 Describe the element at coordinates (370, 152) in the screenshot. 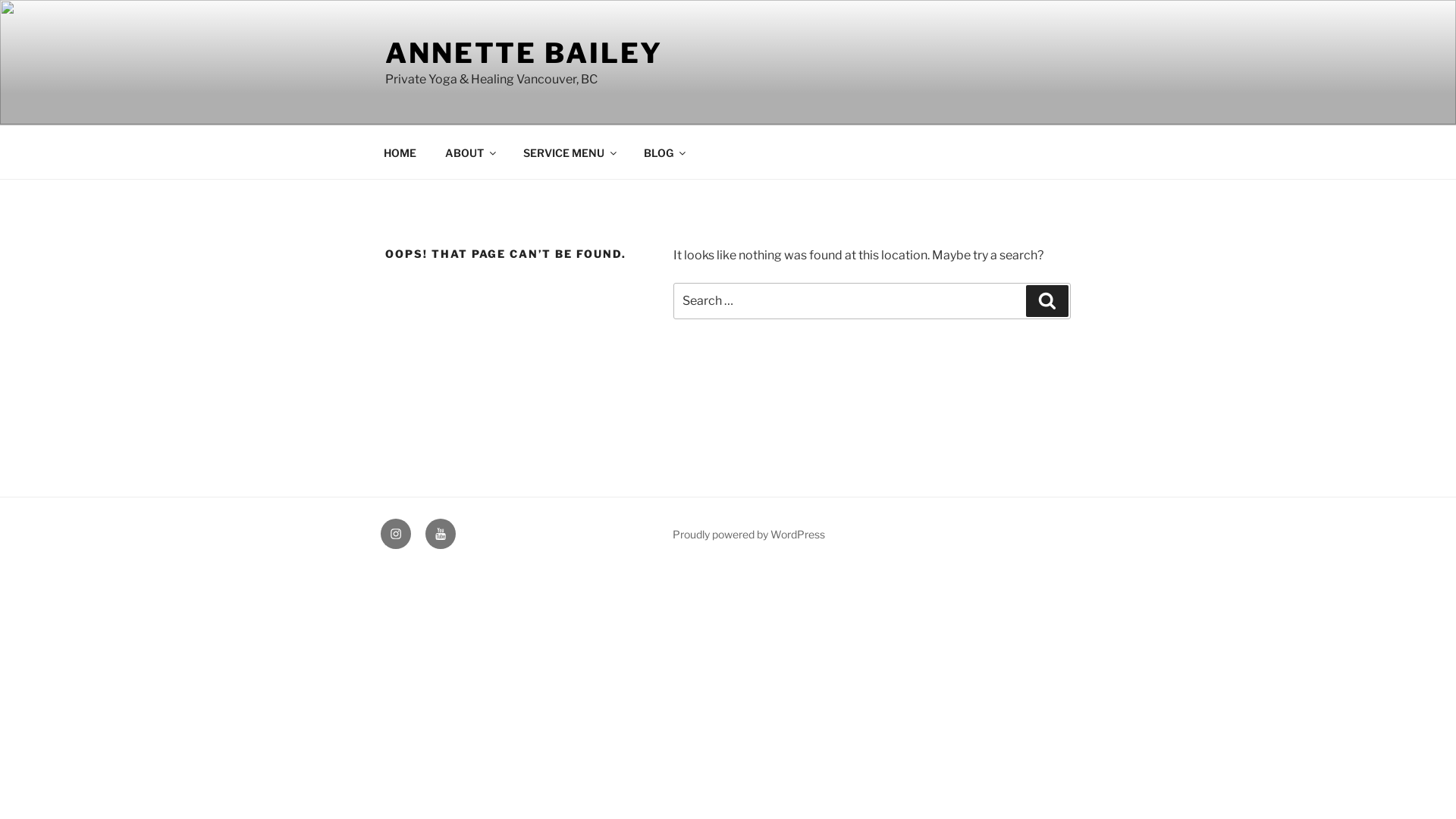

I see `'HOME'` at that location.